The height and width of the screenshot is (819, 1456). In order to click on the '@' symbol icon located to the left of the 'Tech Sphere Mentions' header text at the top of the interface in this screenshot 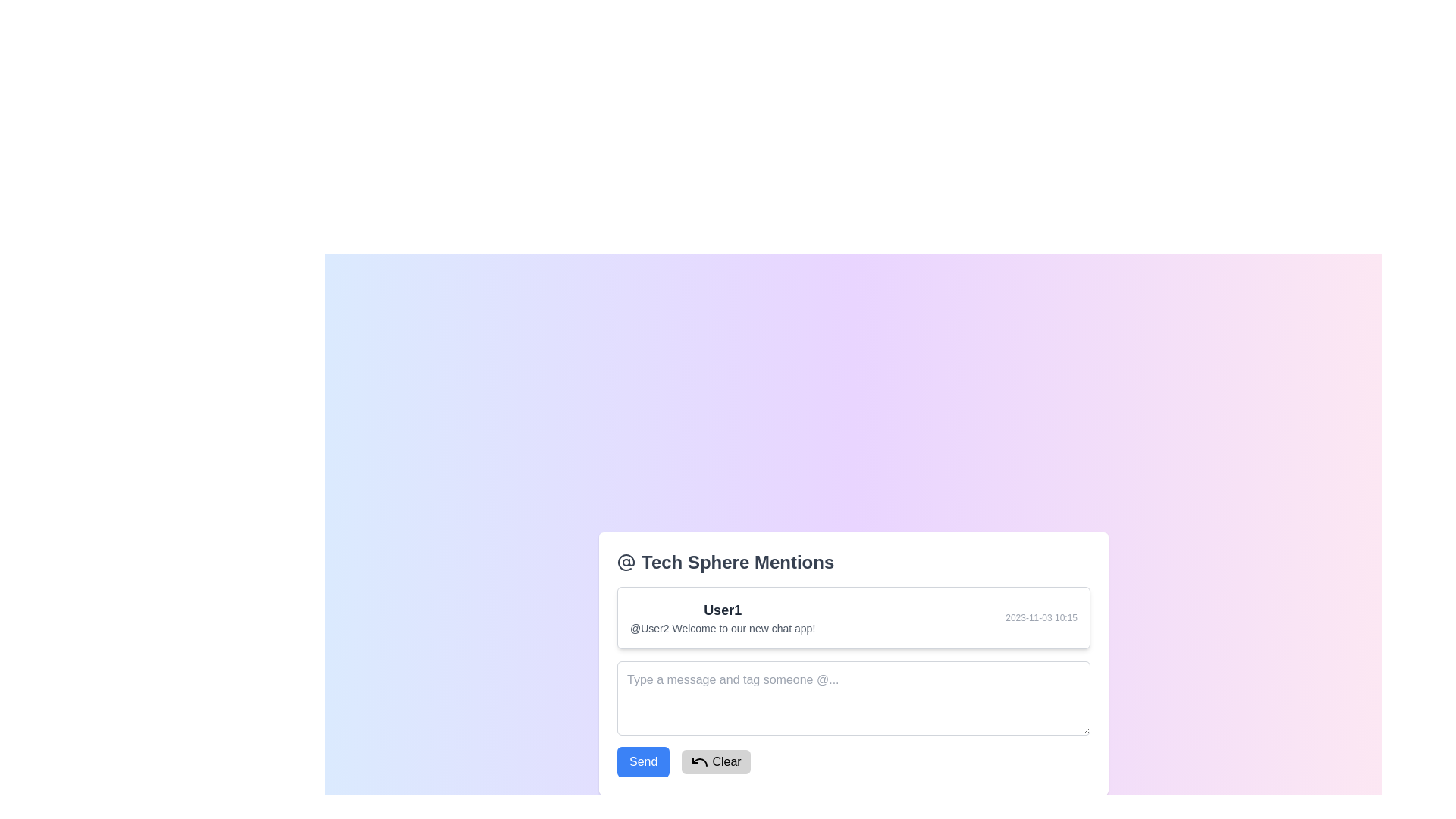, I will do `click(626, 562)`.